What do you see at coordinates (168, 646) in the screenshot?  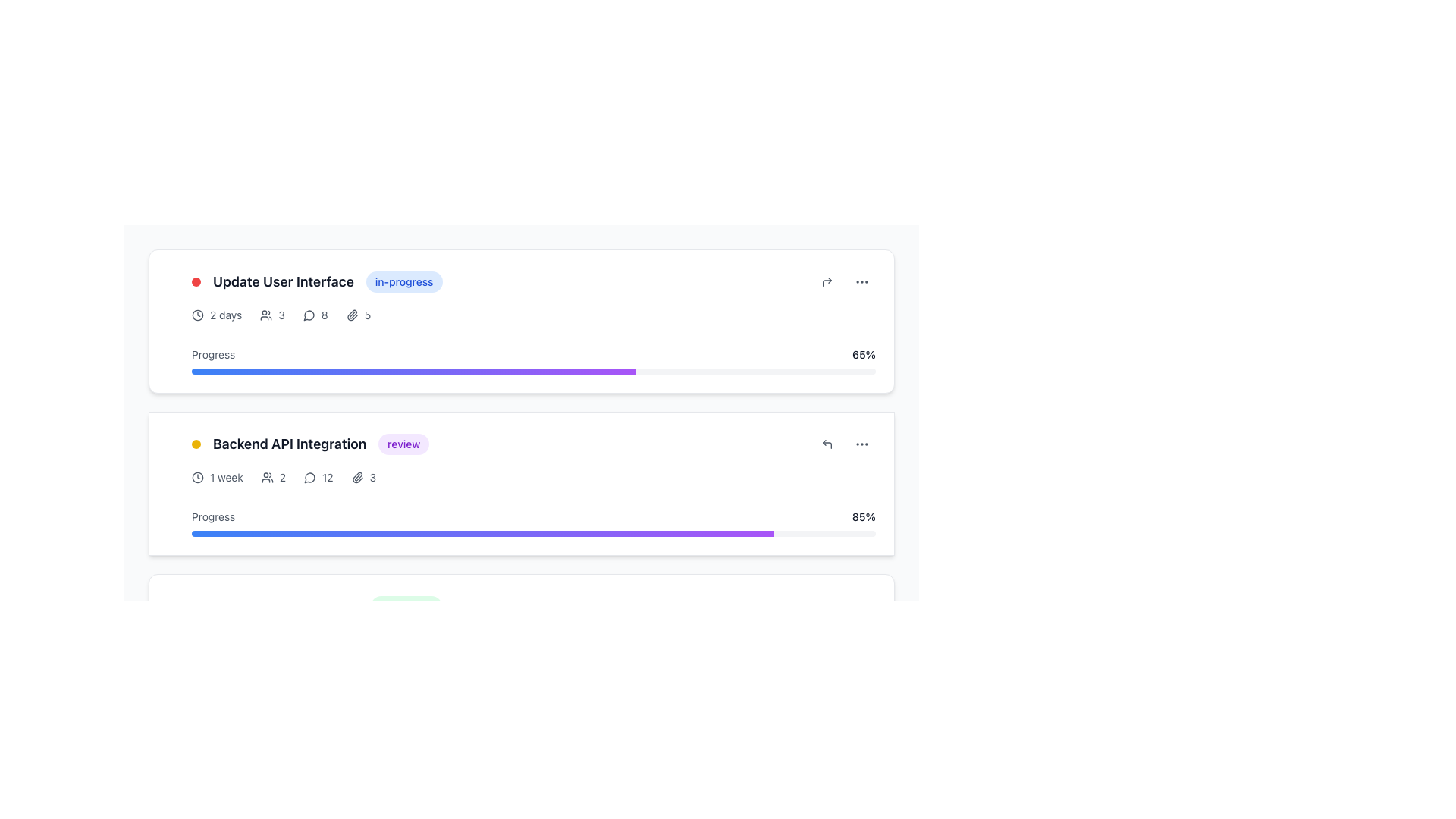 I see `the draggable handle located on the left side of the 'Backend API Integration' card` at bounding box center [168, 646].